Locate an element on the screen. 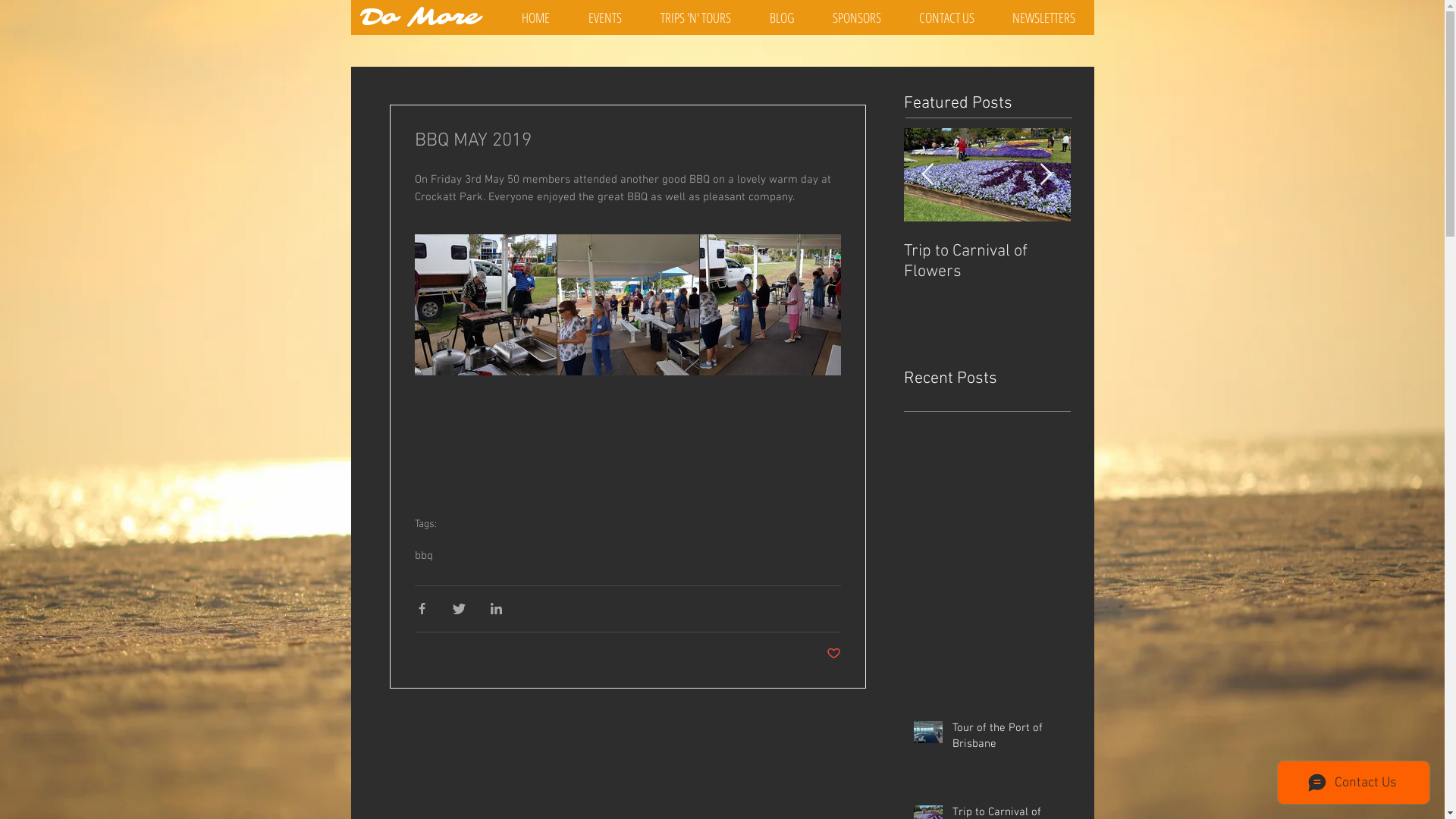 Image resolution: width=1456 pixels, height=819 pixels. 'NEWSLETTERS' is located at coordinates (1043, 17).